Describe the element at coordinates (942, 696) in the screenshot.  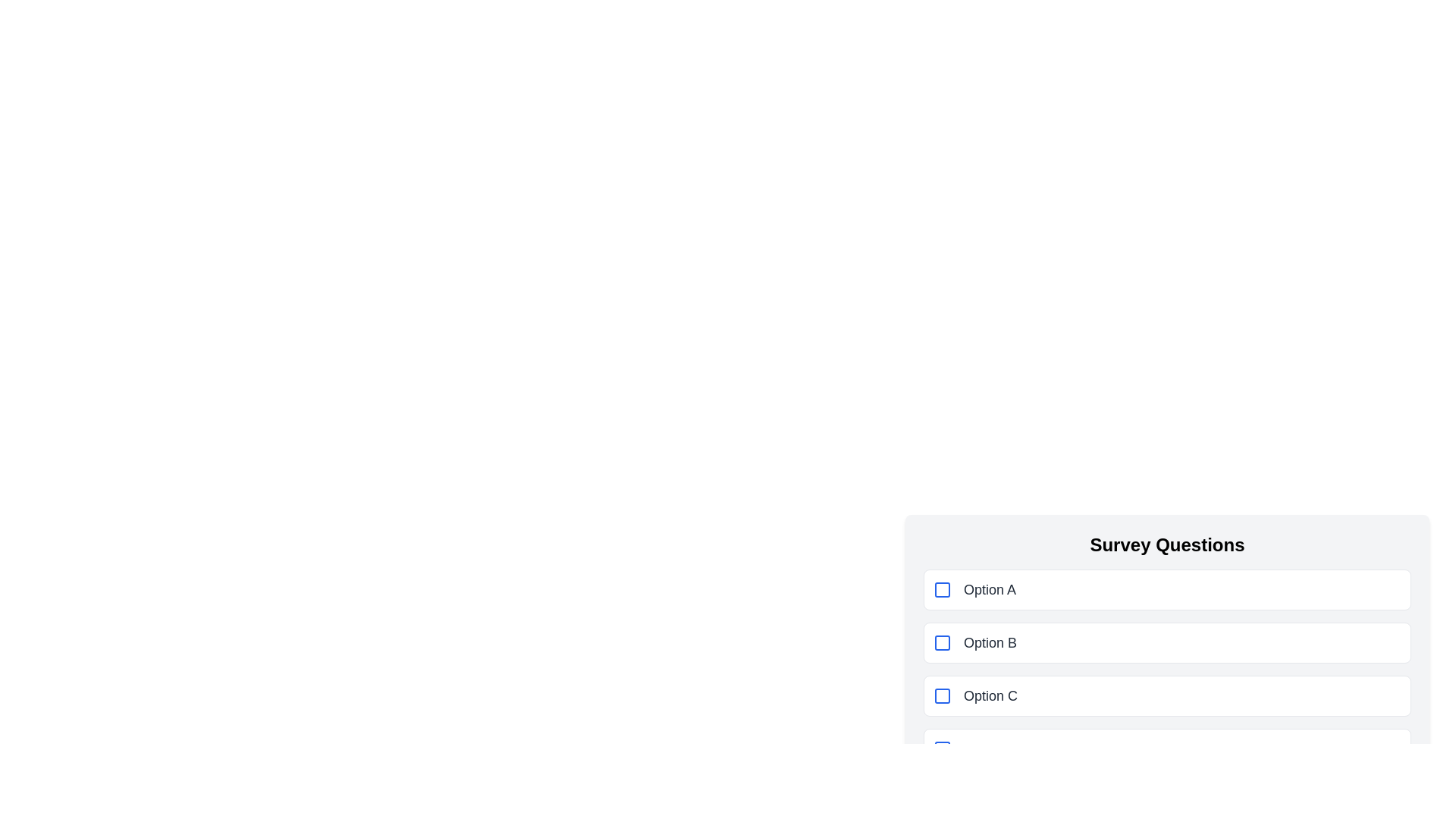
I see `the checkbox for 'Option C' to perform advanced actions` at that location.